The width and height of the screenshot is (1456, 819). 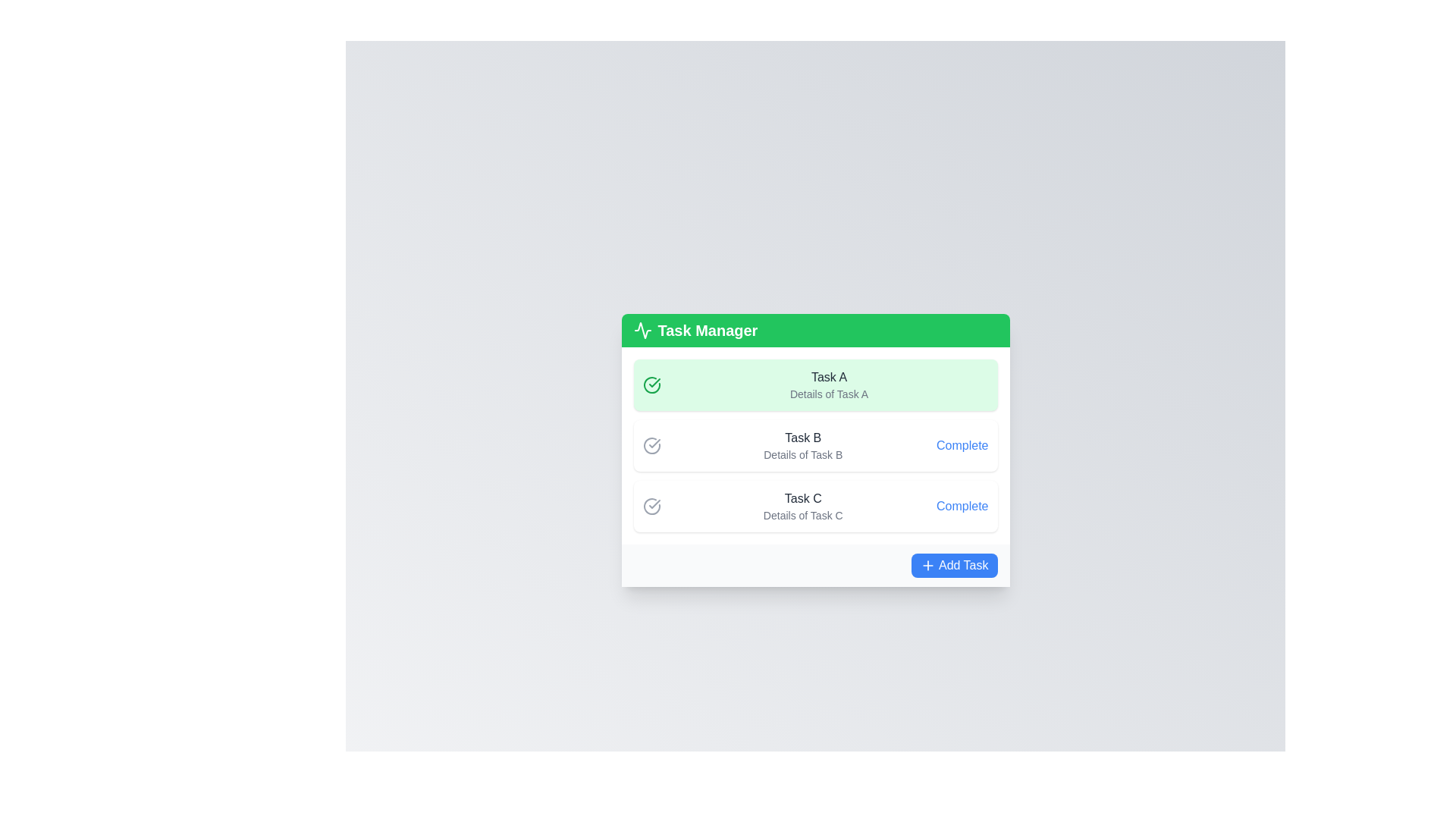 What do you see at coordinates (707, 329) in the screenshot?
I see `text label 'Task Manager' which is styled in bold with a larger font size and is centered horizontally in the green header section` at bounding box center [707, 329].